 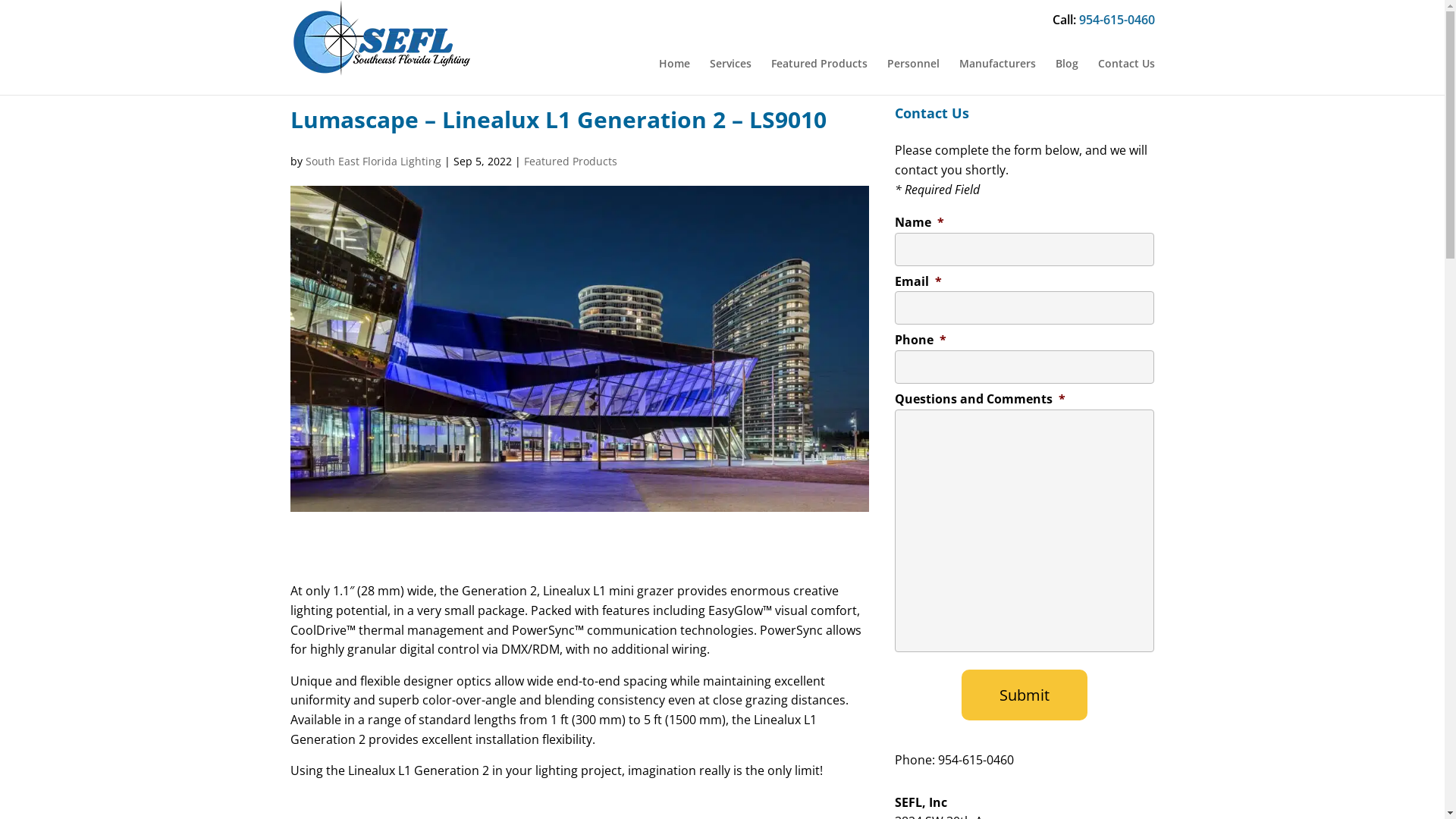 I want to click on 'South East Florida Lighting', so click(x=372, y=161).